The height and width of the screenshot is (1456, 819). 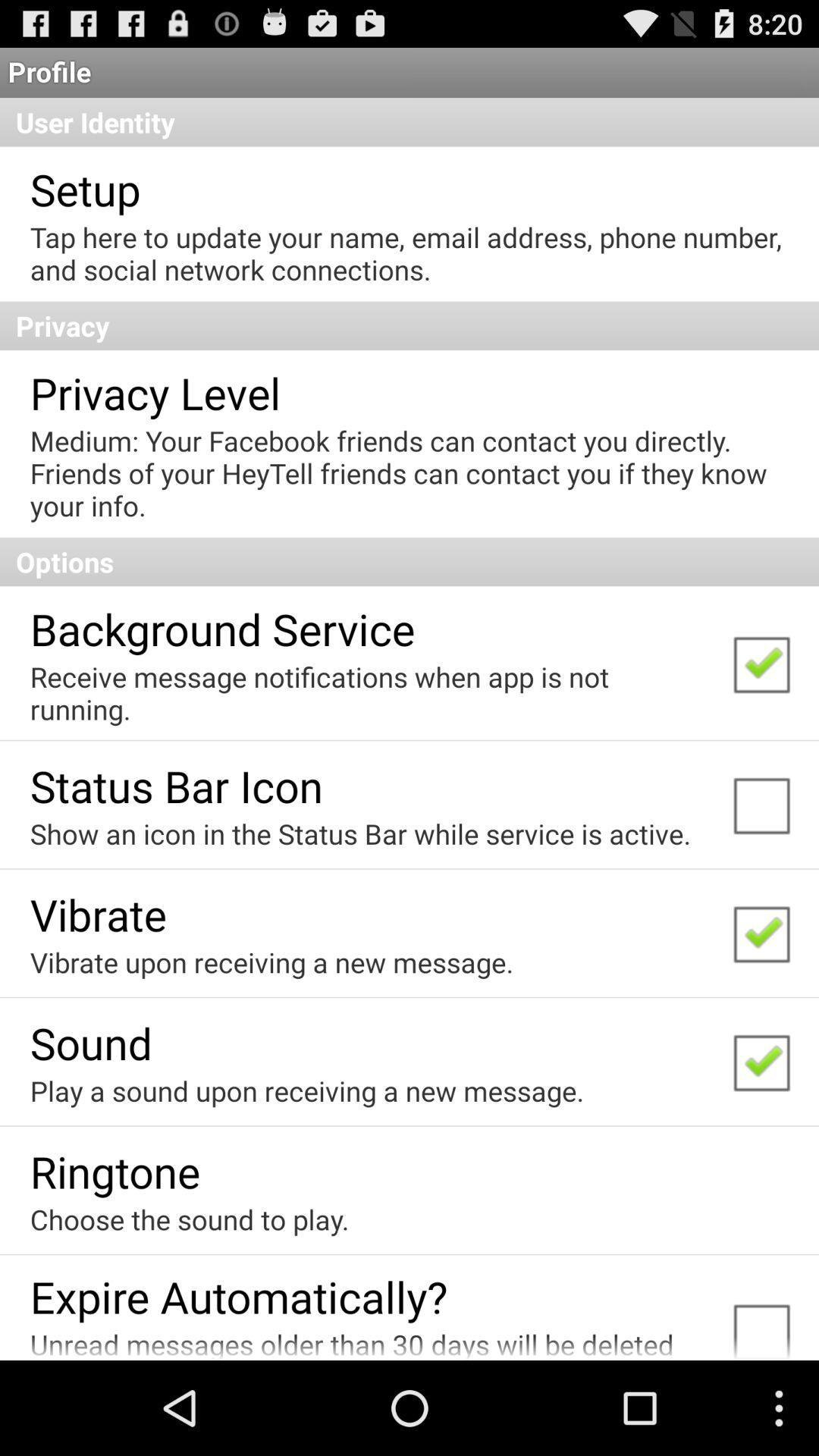 I want to click on the choose the sound app, so click(x=189, y=1219).